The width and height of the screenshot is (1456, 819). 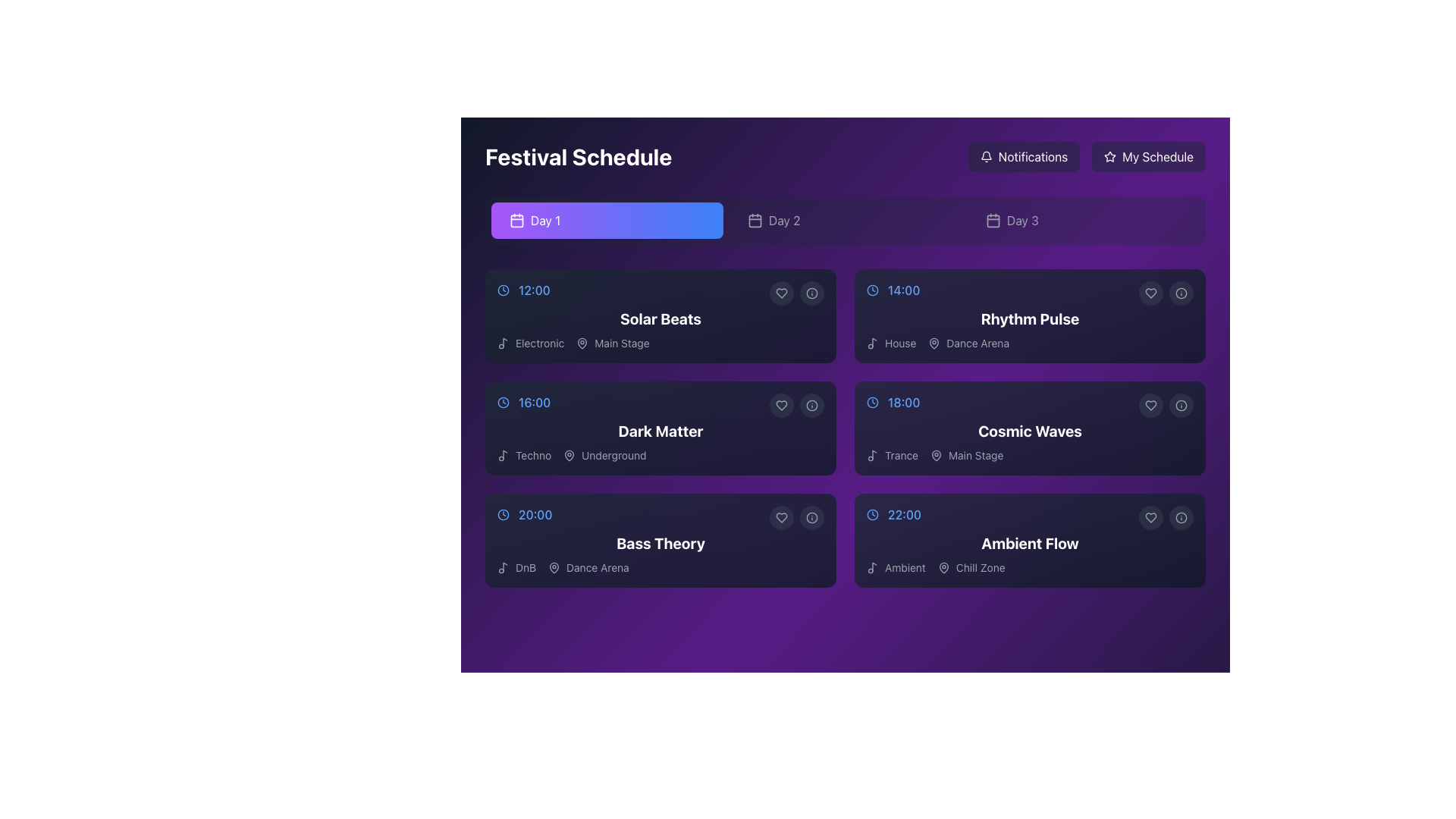 I want to click on the musical note icon located to the left of the 'Electronic' text in the schedule section under 'Day 1', so click(x=503, y=343).